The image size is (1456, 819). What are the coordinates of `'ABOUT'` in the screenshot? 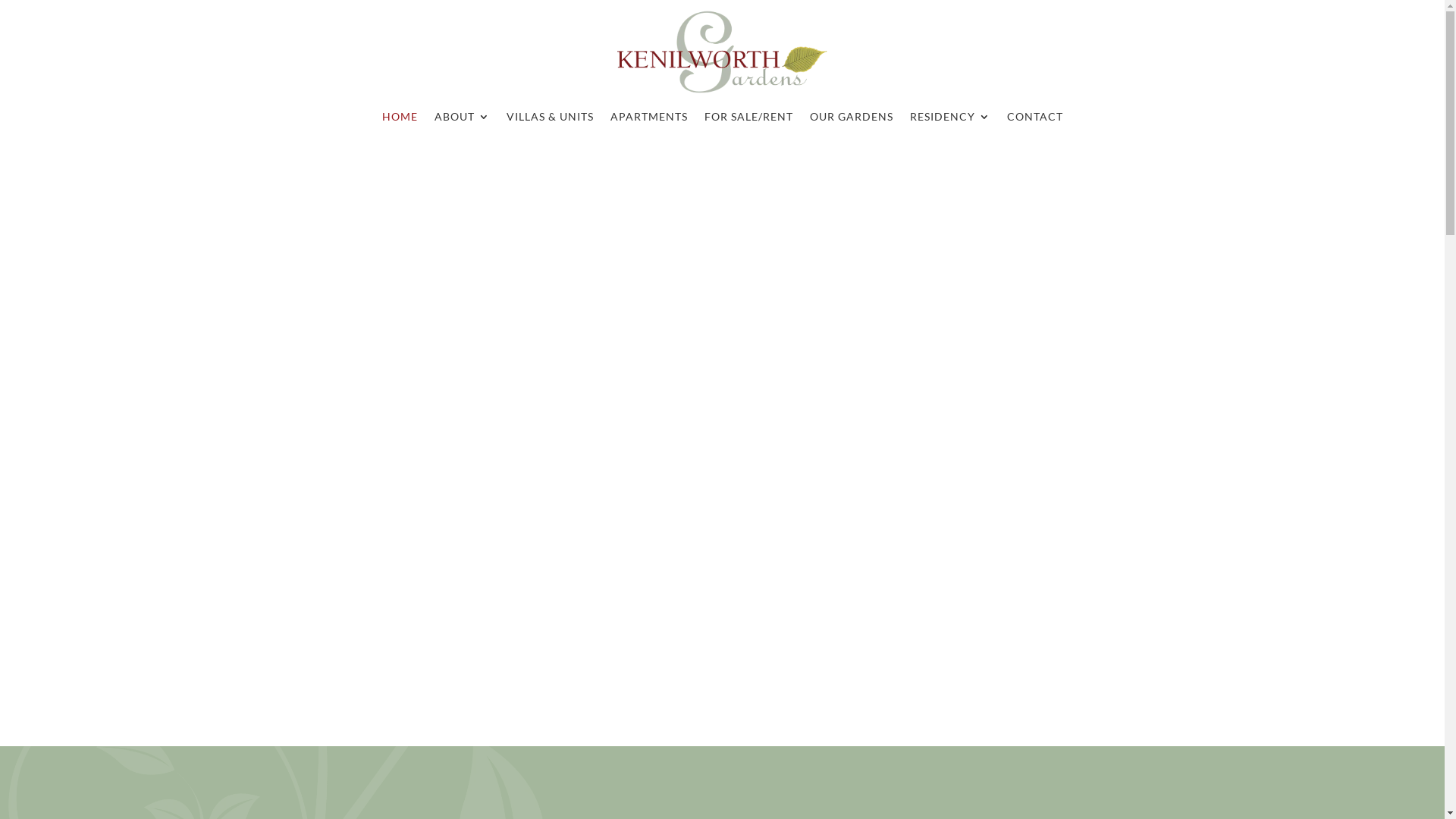 It's located at (460, 119).